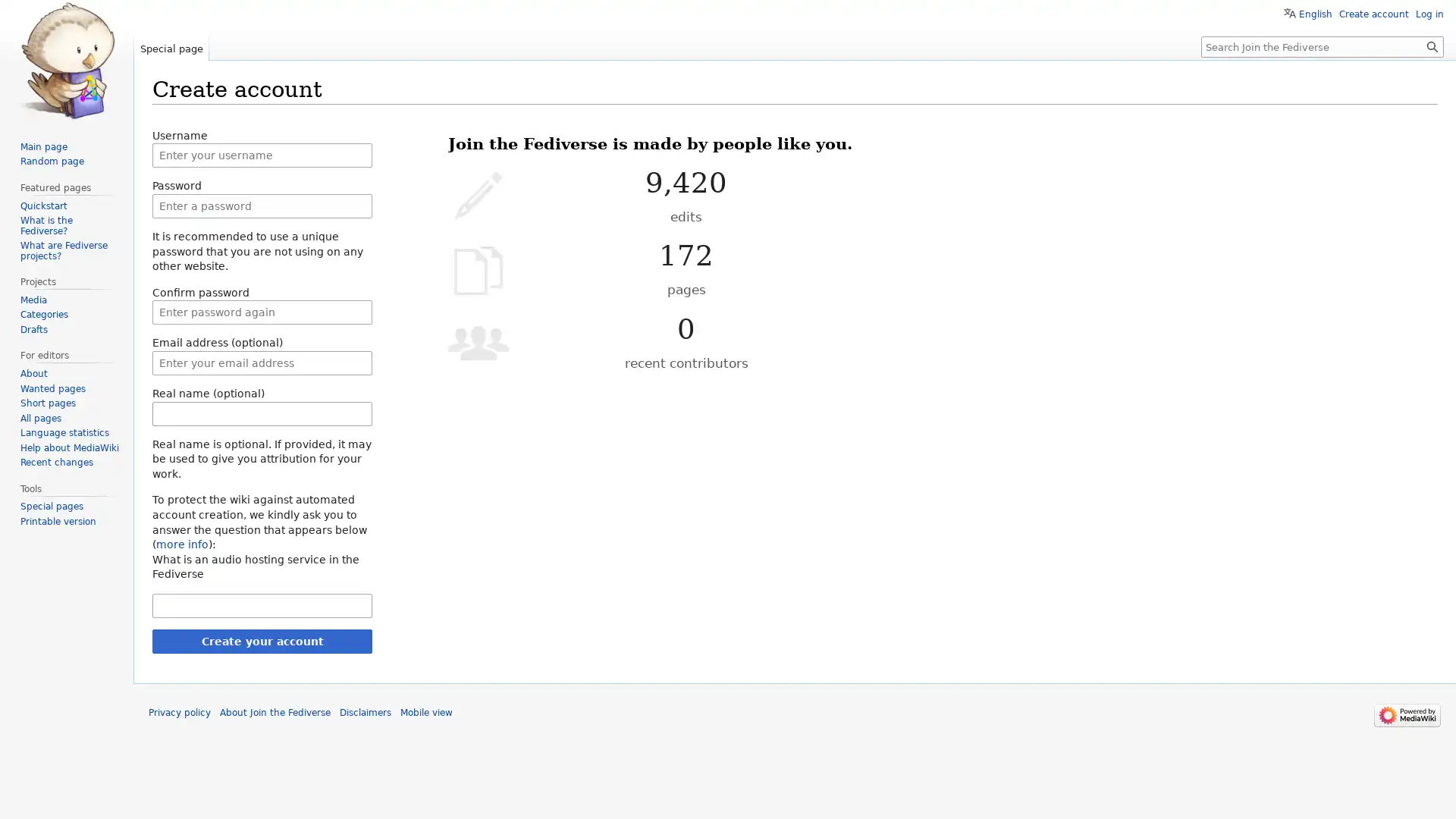 The width and height of the screenshot is (1456, 819). What do you see at coordinates (1432, 45) in the screenshot?
I see `Search` at bounding box center [1432, 45].